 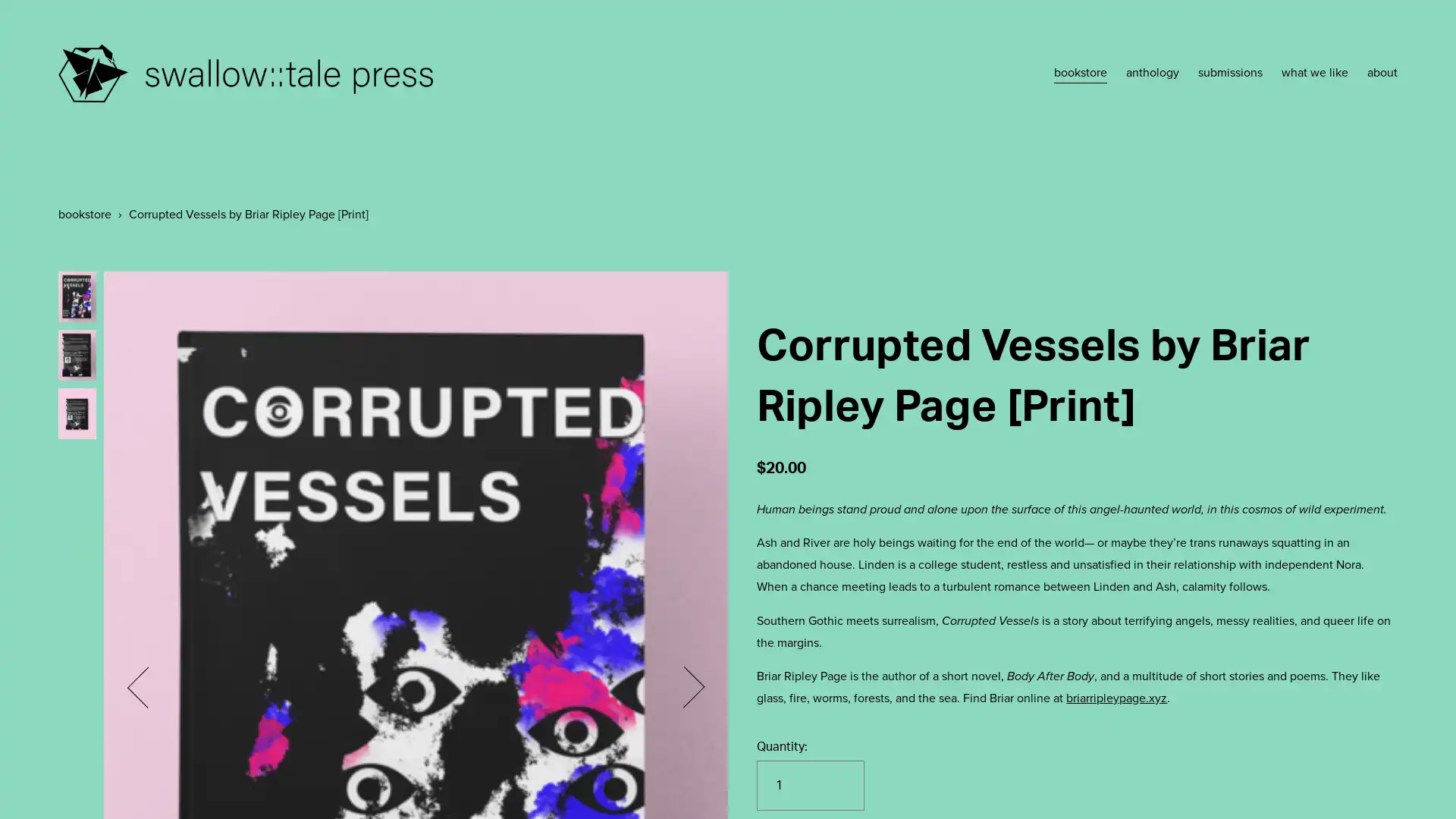 I want to click on Next, so click(x=682, y=687).